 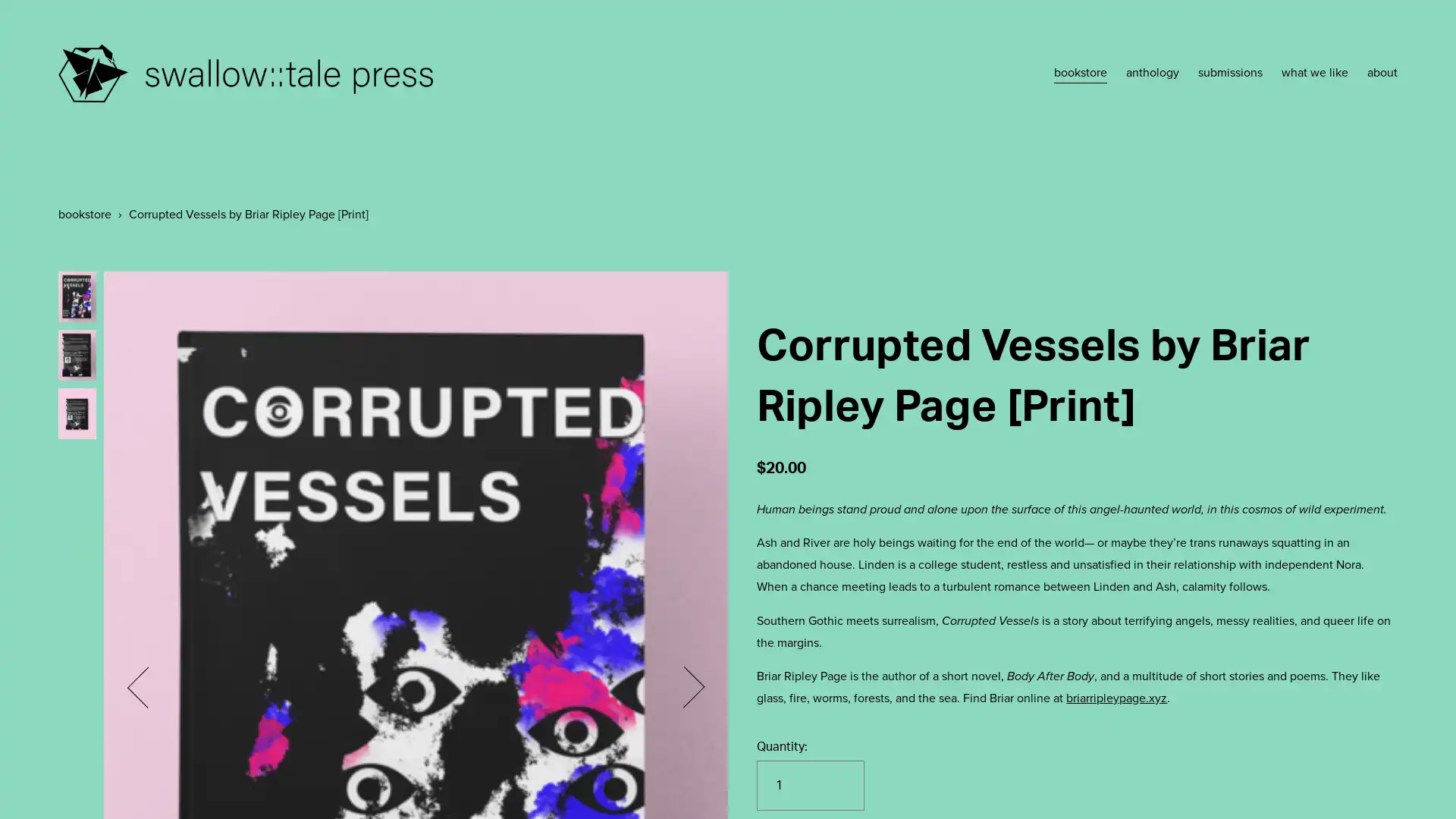 I want to click on Next, so click(x=682, y=687).